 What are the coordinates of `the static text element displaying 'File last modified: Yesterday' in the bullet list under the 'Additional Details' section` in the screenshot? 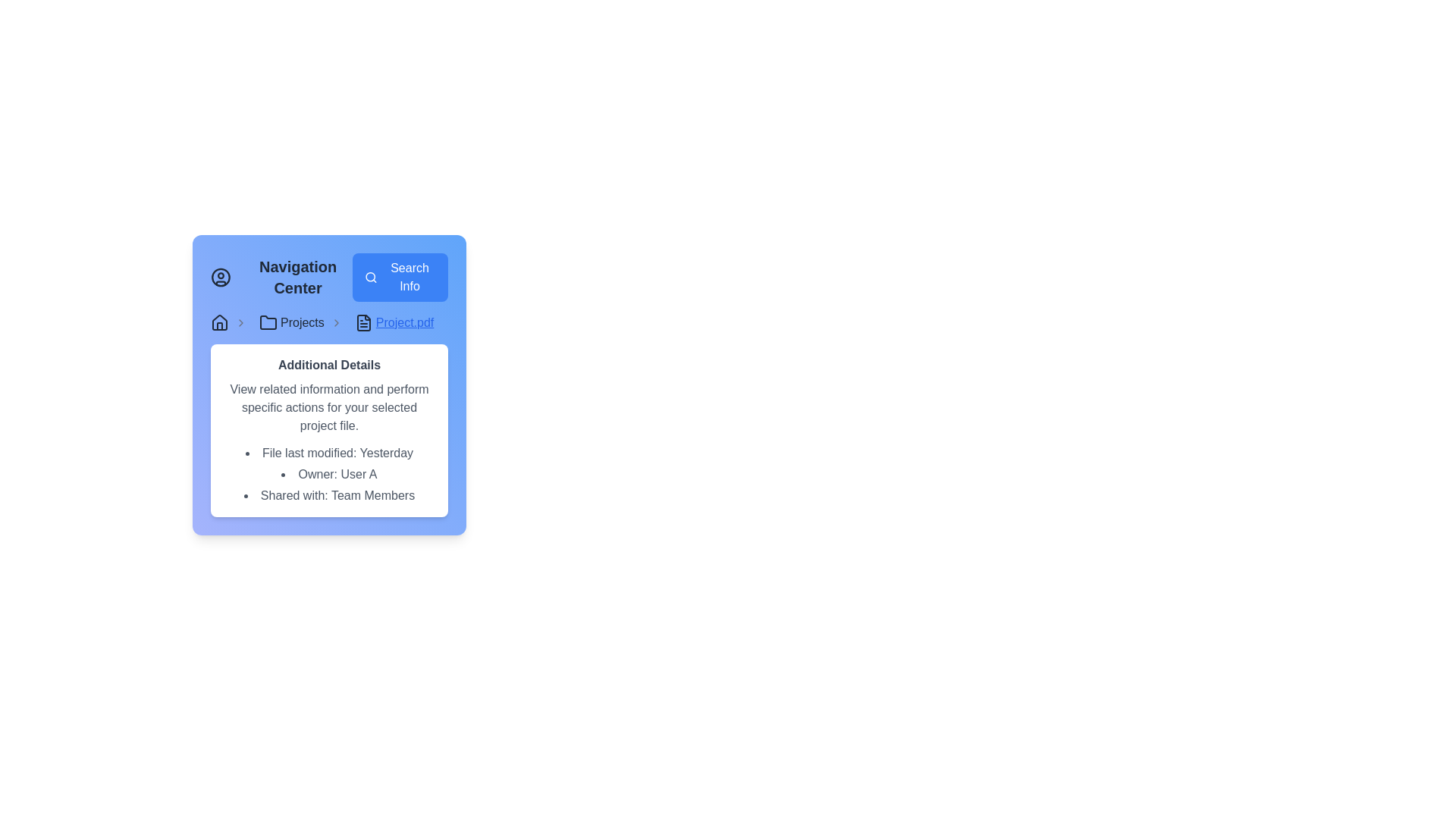 It's located at (328, 452).